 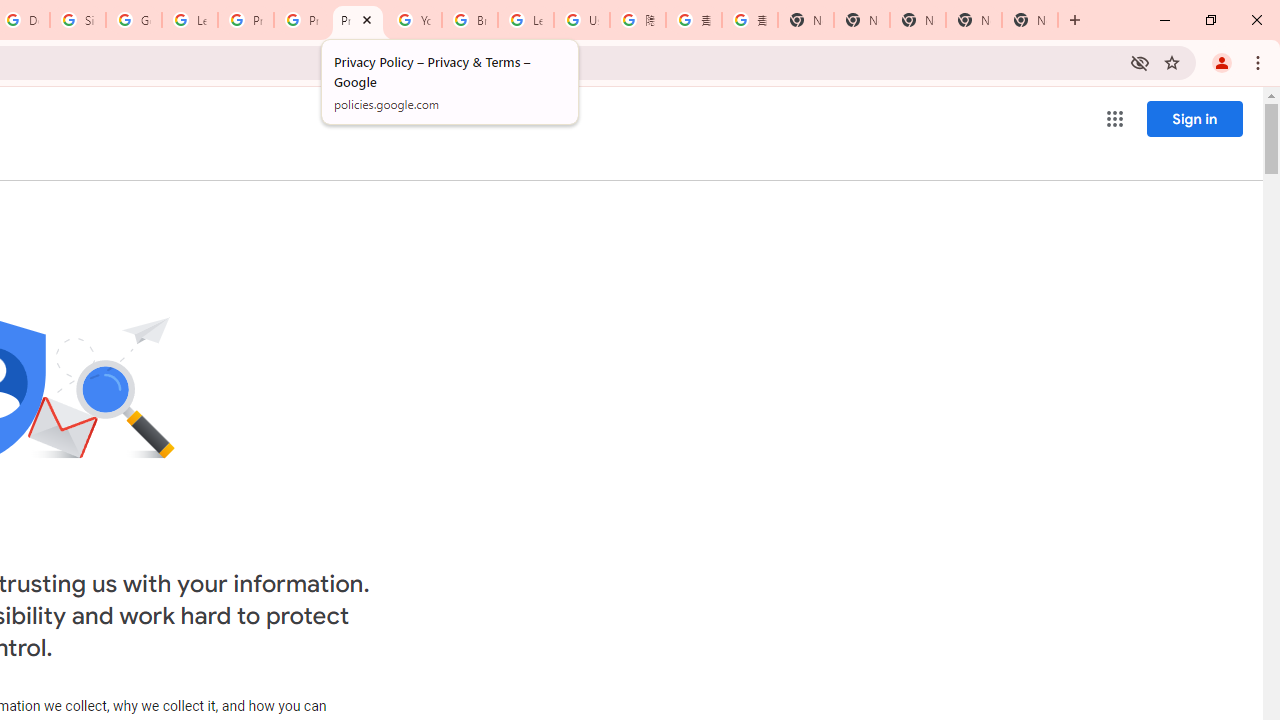 I want to click on 'Privacy Help Center - Policies Help', so click(x=244, y=20).